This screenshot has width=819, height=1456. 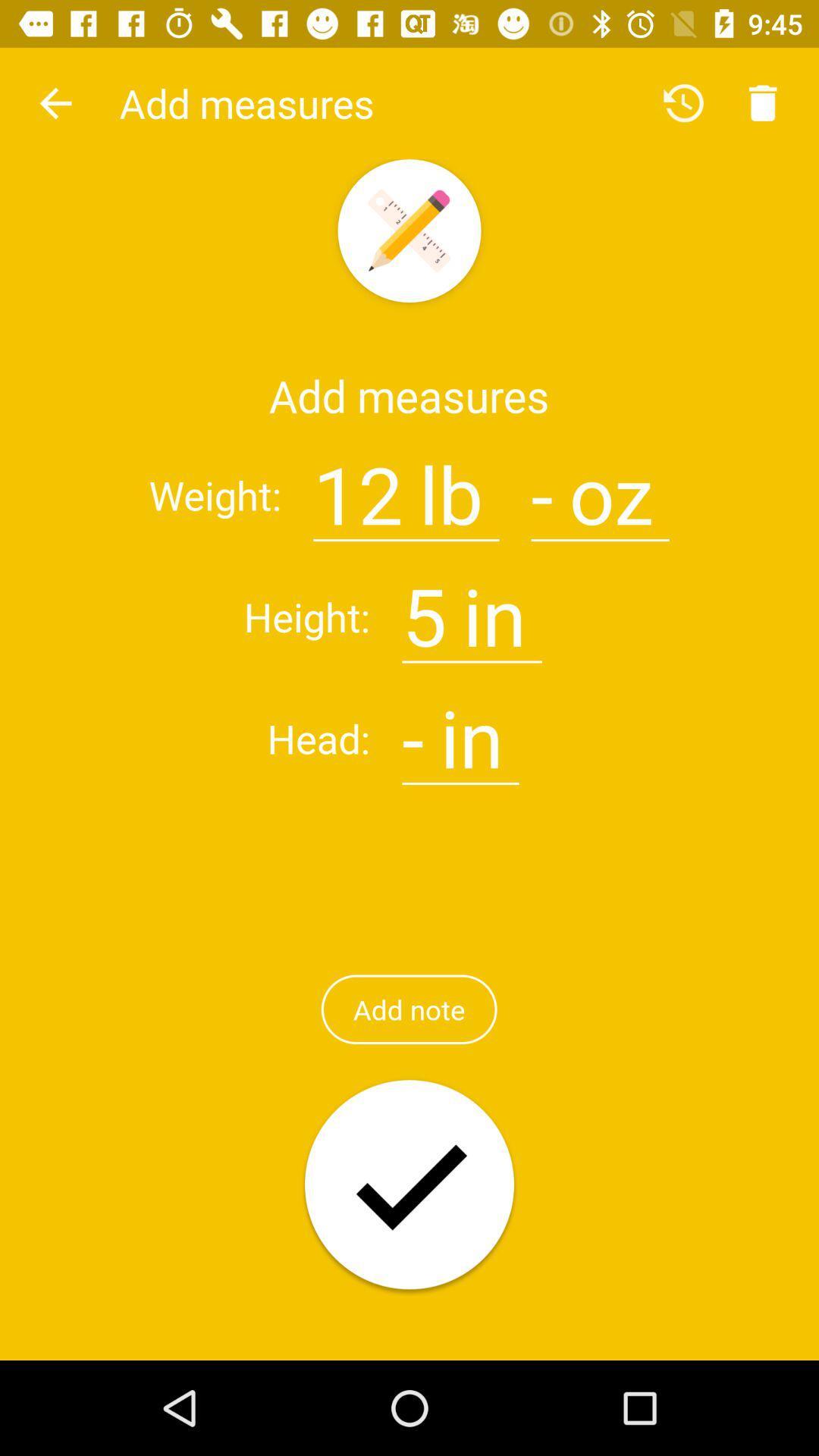 I want to click on icon above the height, so click(x=55, y=102).